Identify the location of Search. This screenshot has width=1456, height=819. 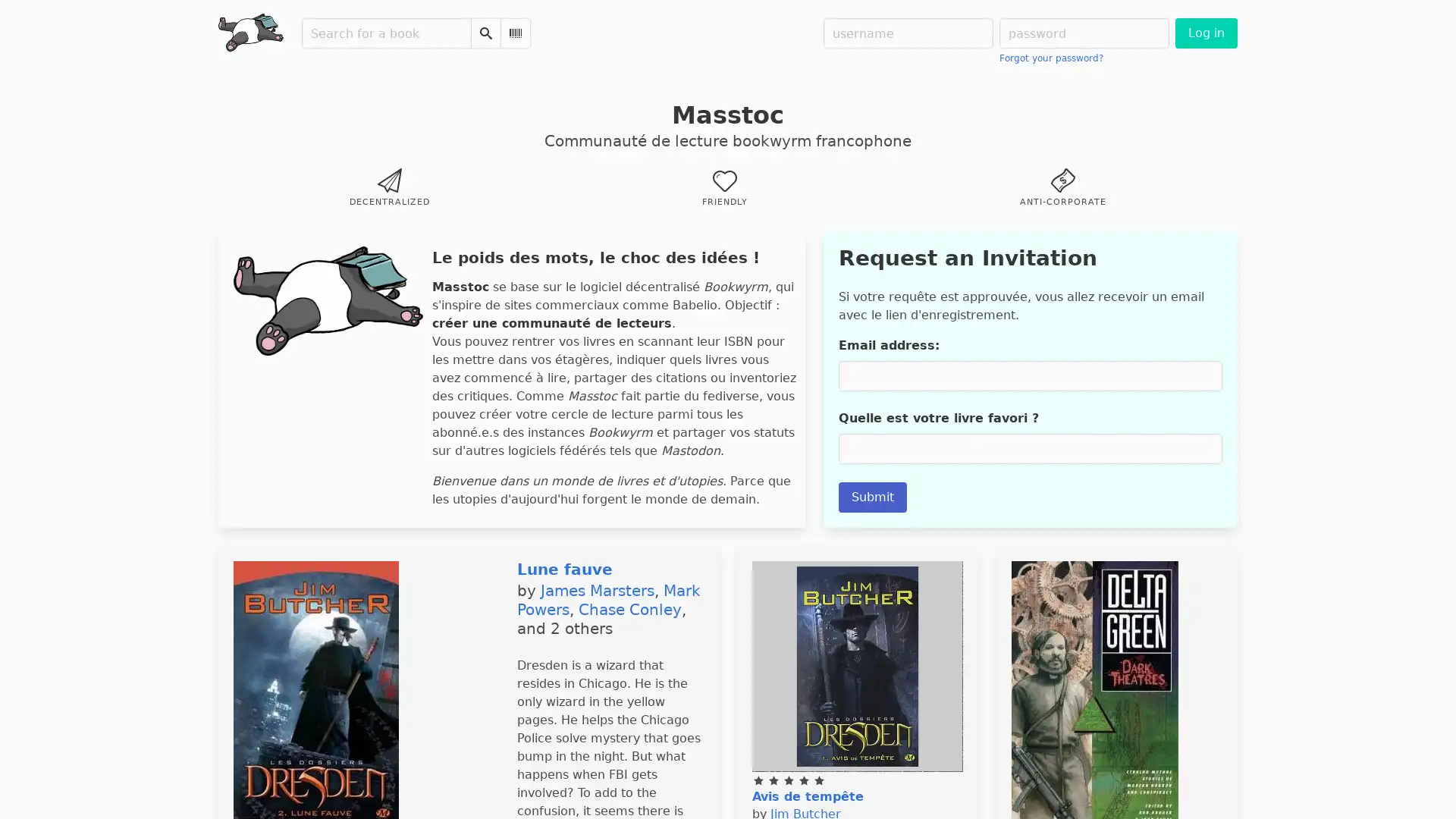
(486, 33).